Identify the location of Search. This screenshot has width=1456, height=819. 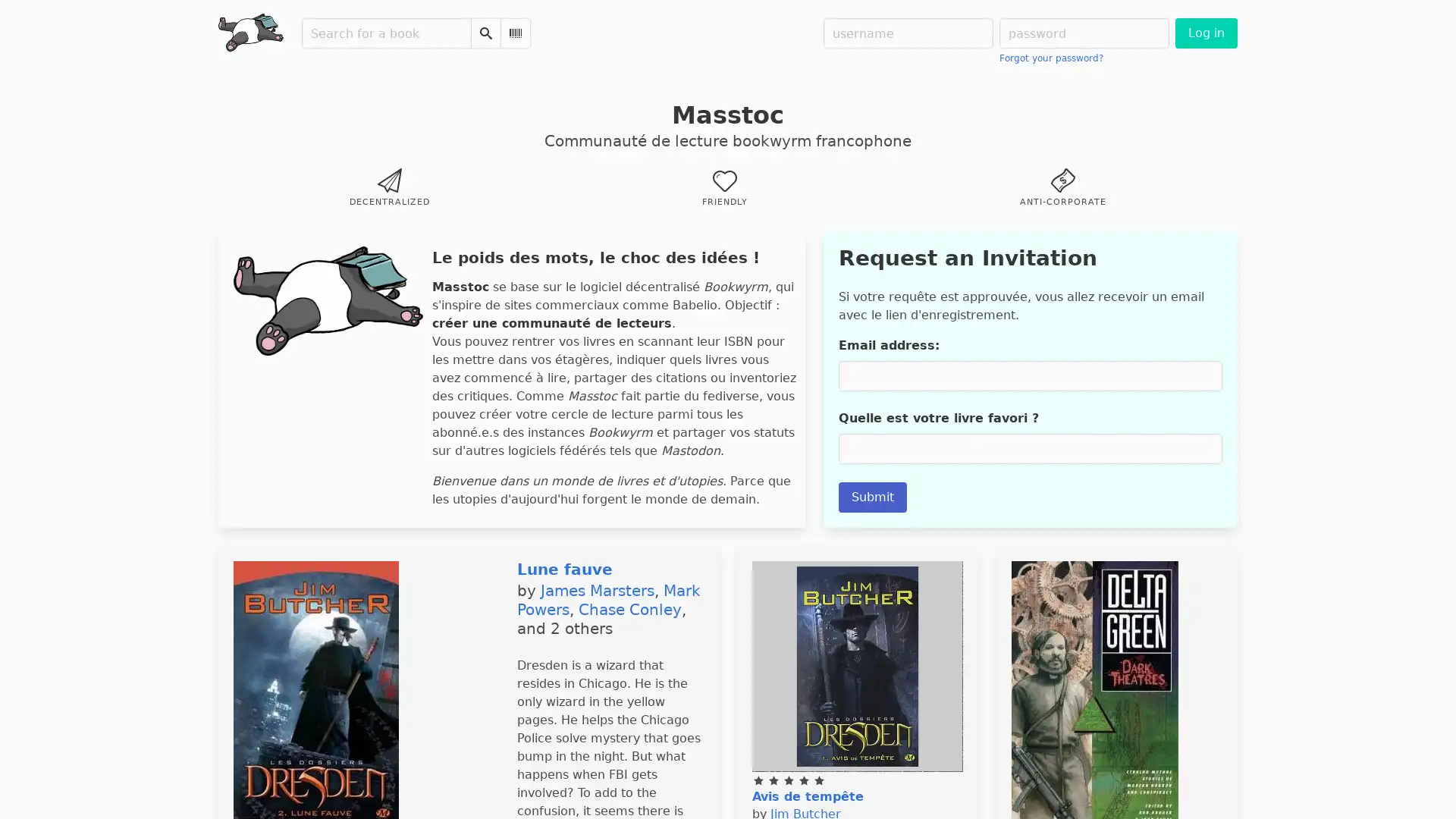
(486, 33).